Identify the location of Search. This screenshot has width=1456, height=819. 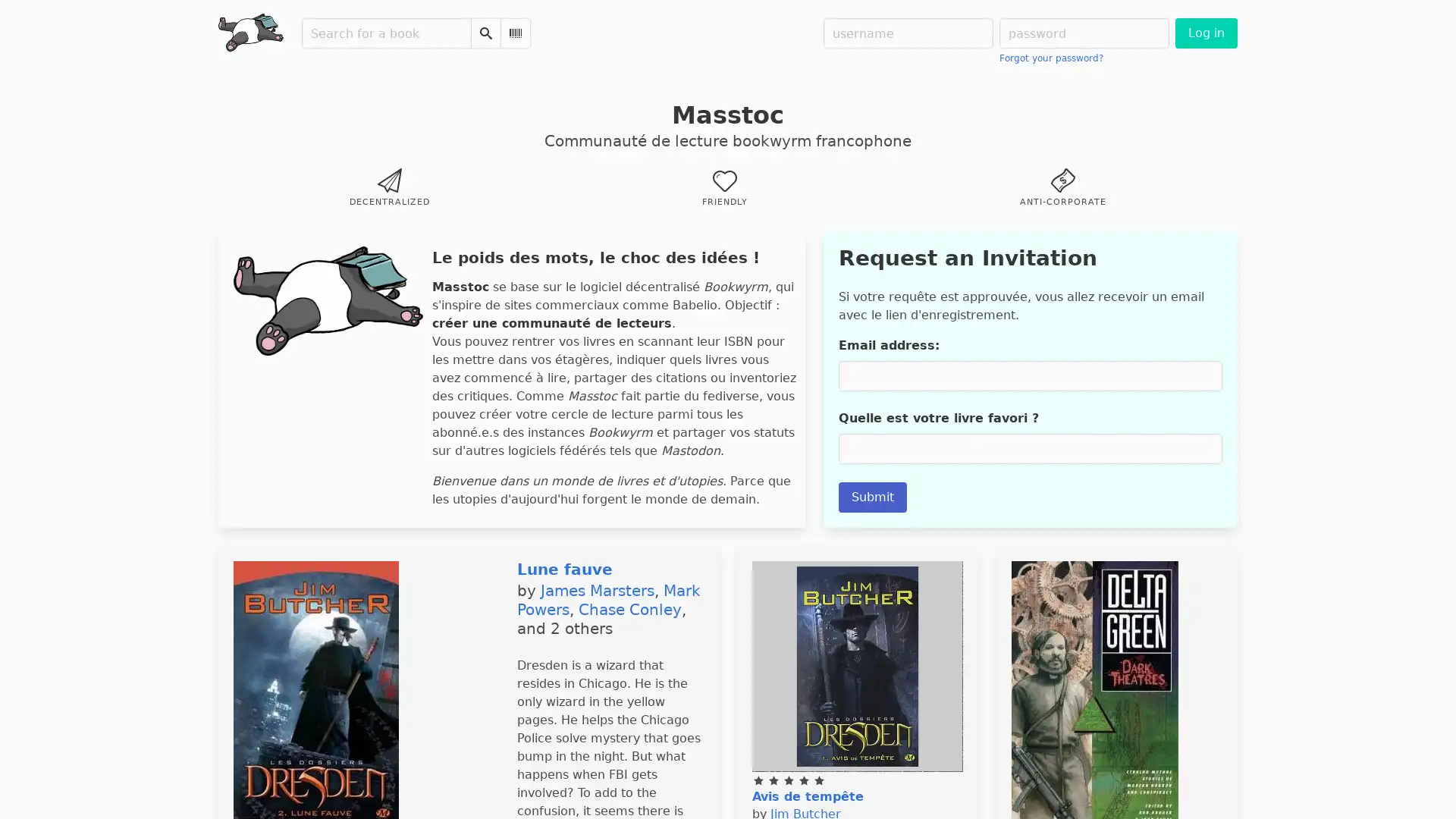
(486, 33).